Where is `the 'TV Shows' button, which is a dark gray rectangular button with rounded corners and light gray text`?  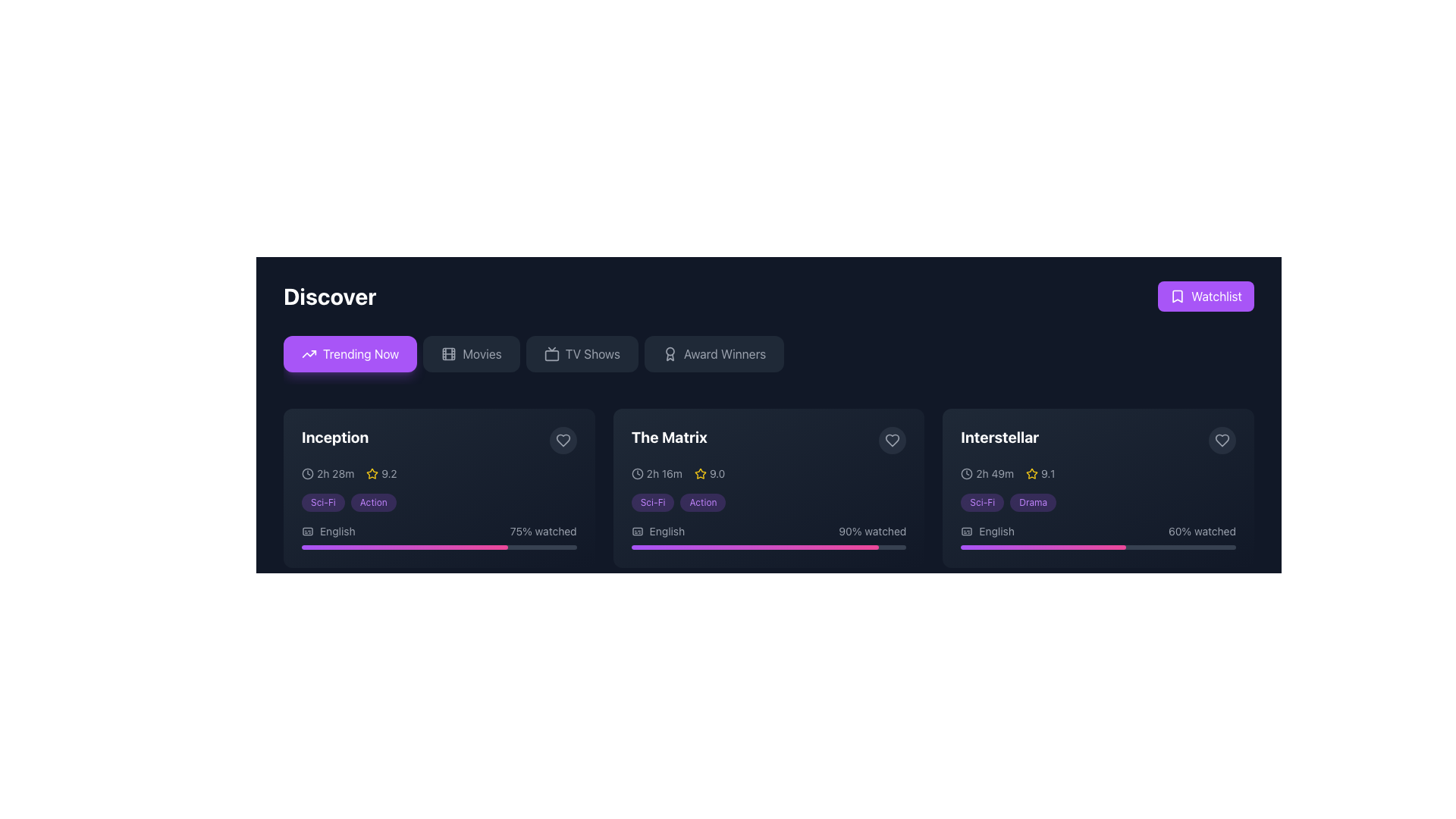
the 'TV Shows' button, which is a dark gray rectangular button with rounded corners and light gray text is located at coordinates (581, 353).